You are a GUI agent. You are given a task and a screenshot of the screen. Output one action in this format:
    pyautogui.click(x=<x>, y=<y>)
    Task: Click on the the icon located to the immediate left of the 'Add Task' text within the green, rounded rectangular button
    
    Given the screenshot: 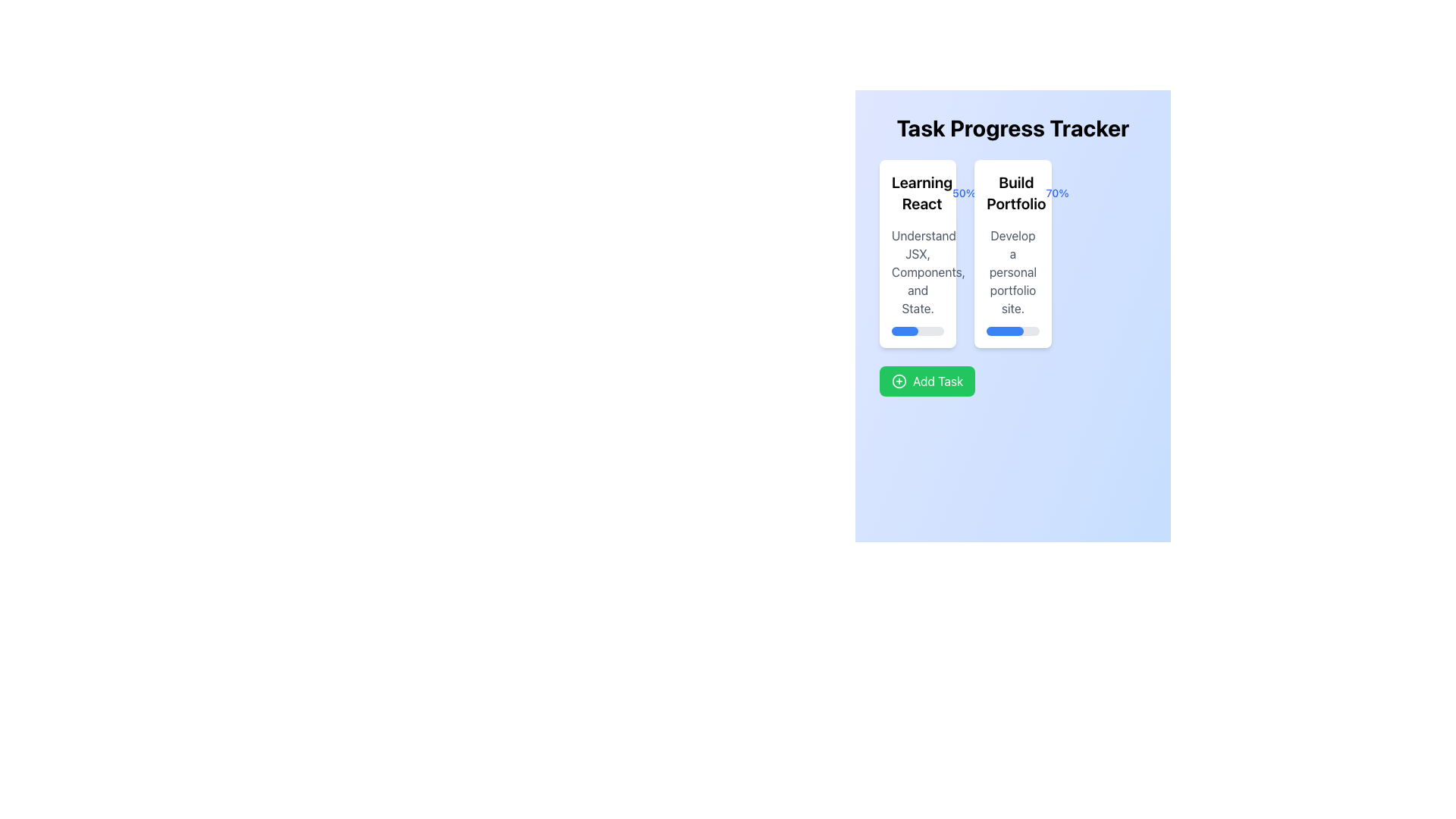 What is the action you would take?
    pyautogui.click(x=899, y=380)
    